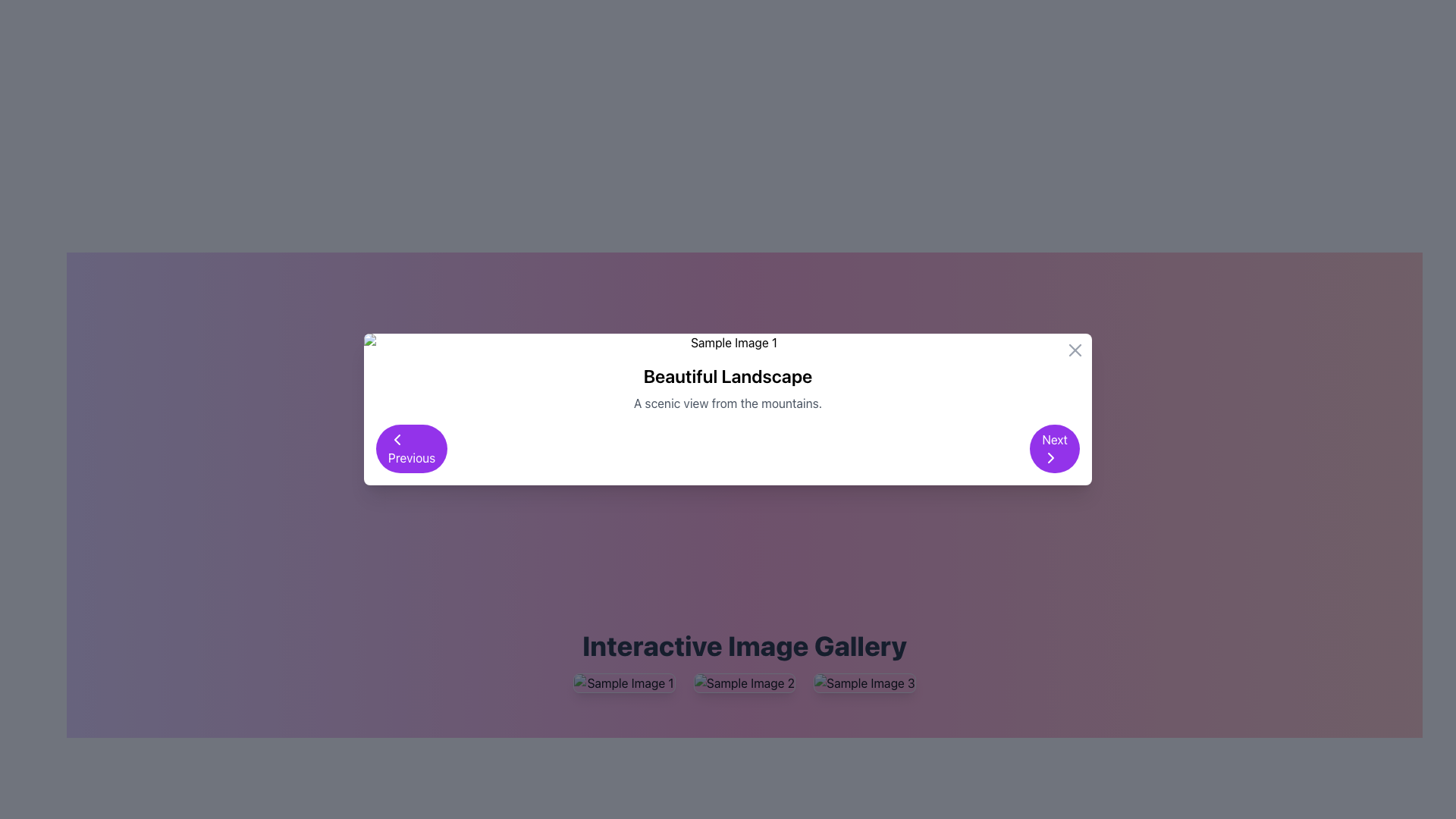  What do you see at coordinates (624, 683) in the screenshot?
I see `the first interactive card in the gallery to scale up the image` at bounding box center [624, 683].